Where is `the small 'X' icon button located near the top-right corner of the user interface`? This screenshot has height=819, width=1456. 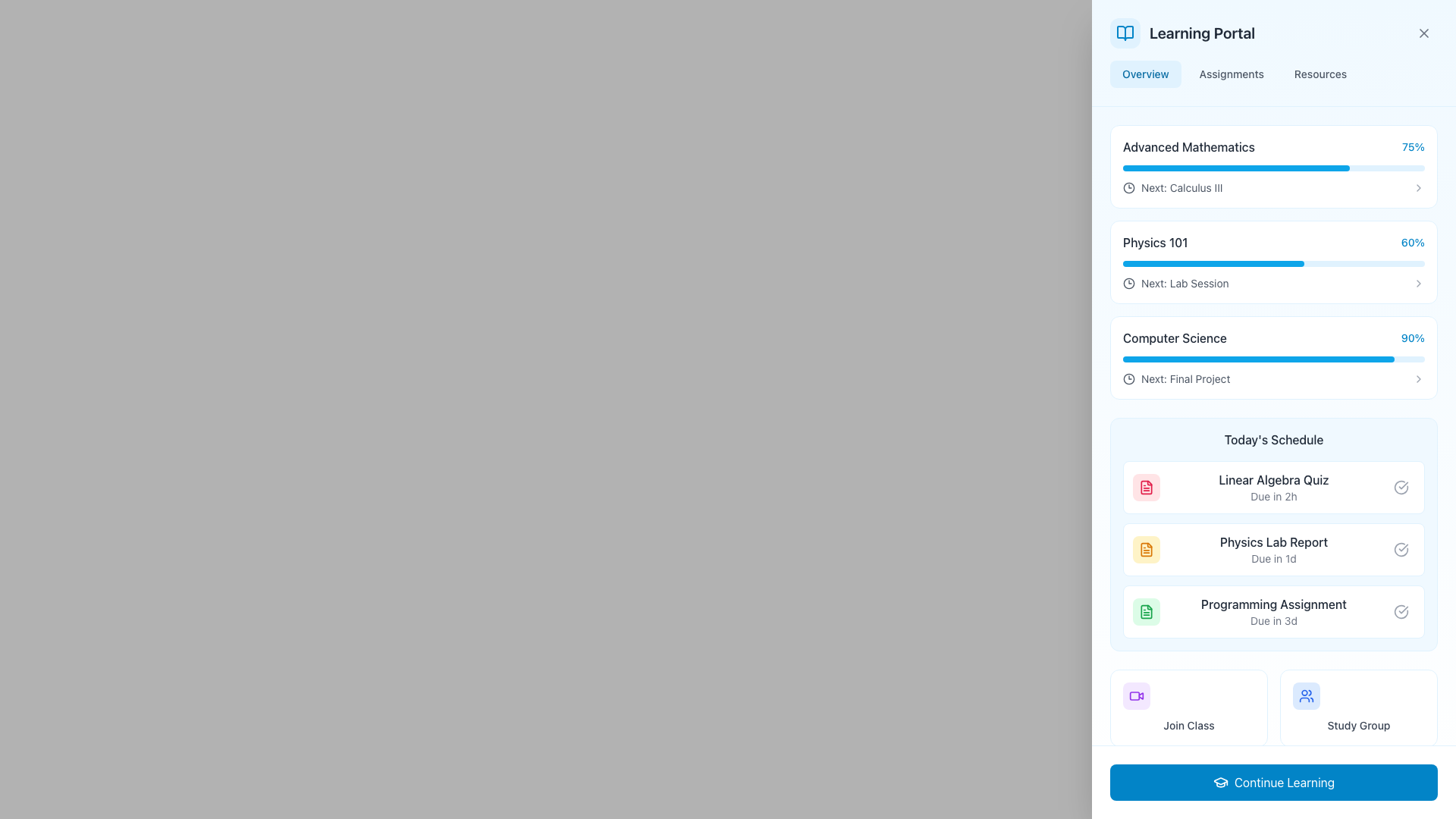 the small 'X' icon button located near the top-right corner of the user interface is located at coordinates (1423, 33).